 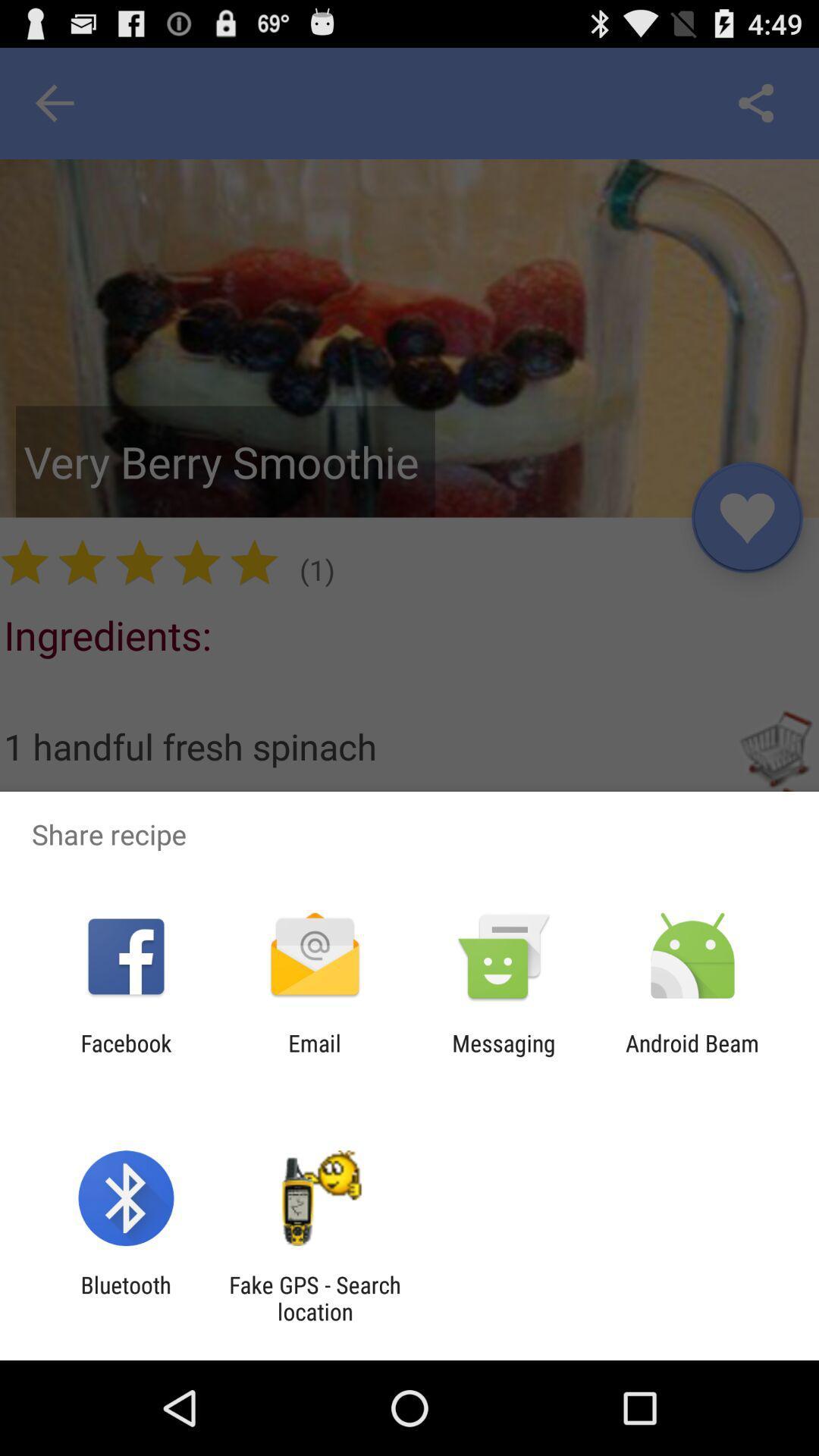 I want to click on item to the left of the android beam item, so click(x=504, y=1056).